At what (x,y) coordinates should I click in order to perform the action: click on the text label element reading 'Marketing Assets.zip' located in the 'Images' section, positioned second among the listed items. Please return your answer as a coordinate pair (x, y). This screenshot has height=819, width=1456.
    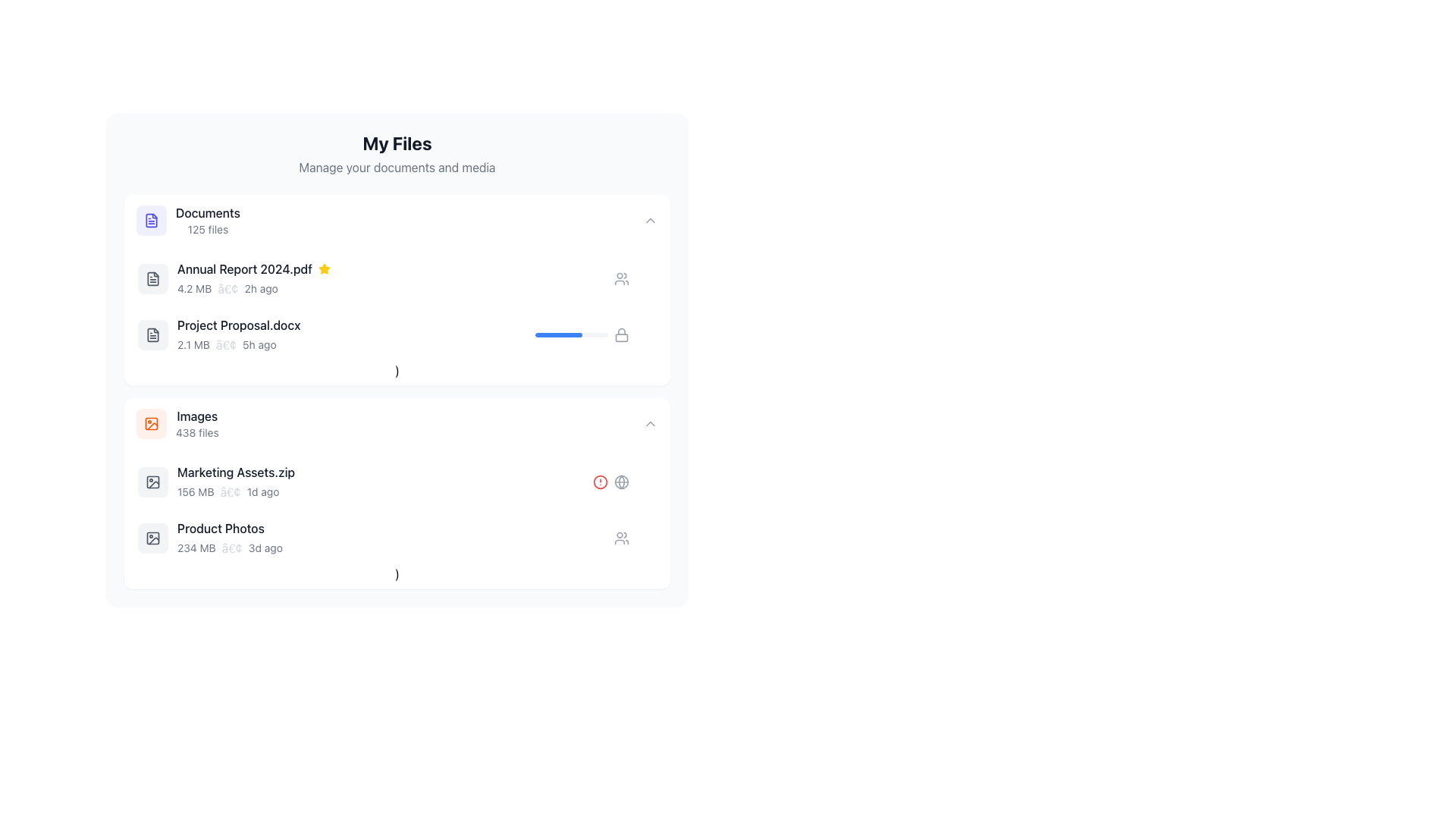
    Looking at the image, I should click on (235, 472).